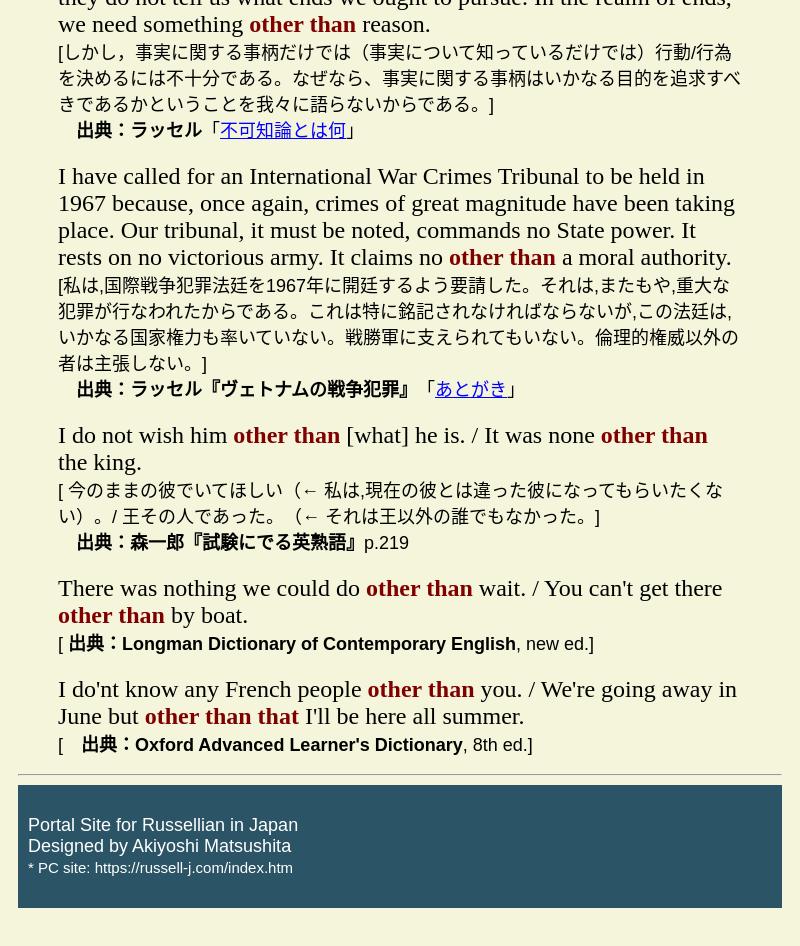 The width and height of the screenshot is (800, 946). Describe the element at coordinates (398, 78) in the screenshot. I see `'[しかし，事実に関する事柄だけでは（事実について知っているだけでは）行動/行為を決めるには不十分である。なぜなら、事実に関する事柄はいかなる目的を追求すべきであるかということを我々に語らないからである。]'` at that location.